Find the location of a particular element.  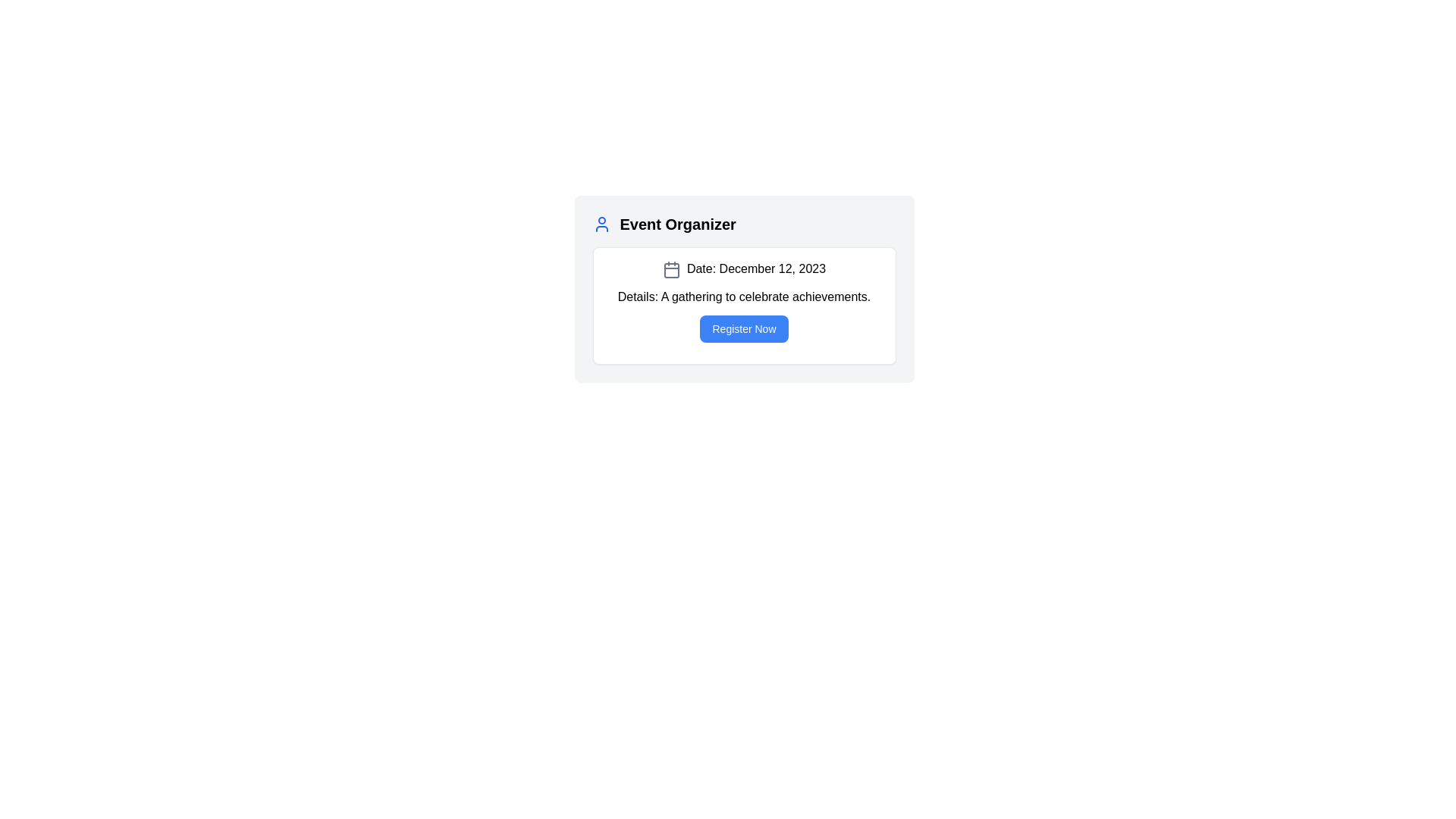

the static text label that indicates the meaning of the adjacent date text, which is positioned after a calendar icon and before 'December 12, 2023' in the main content area is located at coordinates (701, 268).